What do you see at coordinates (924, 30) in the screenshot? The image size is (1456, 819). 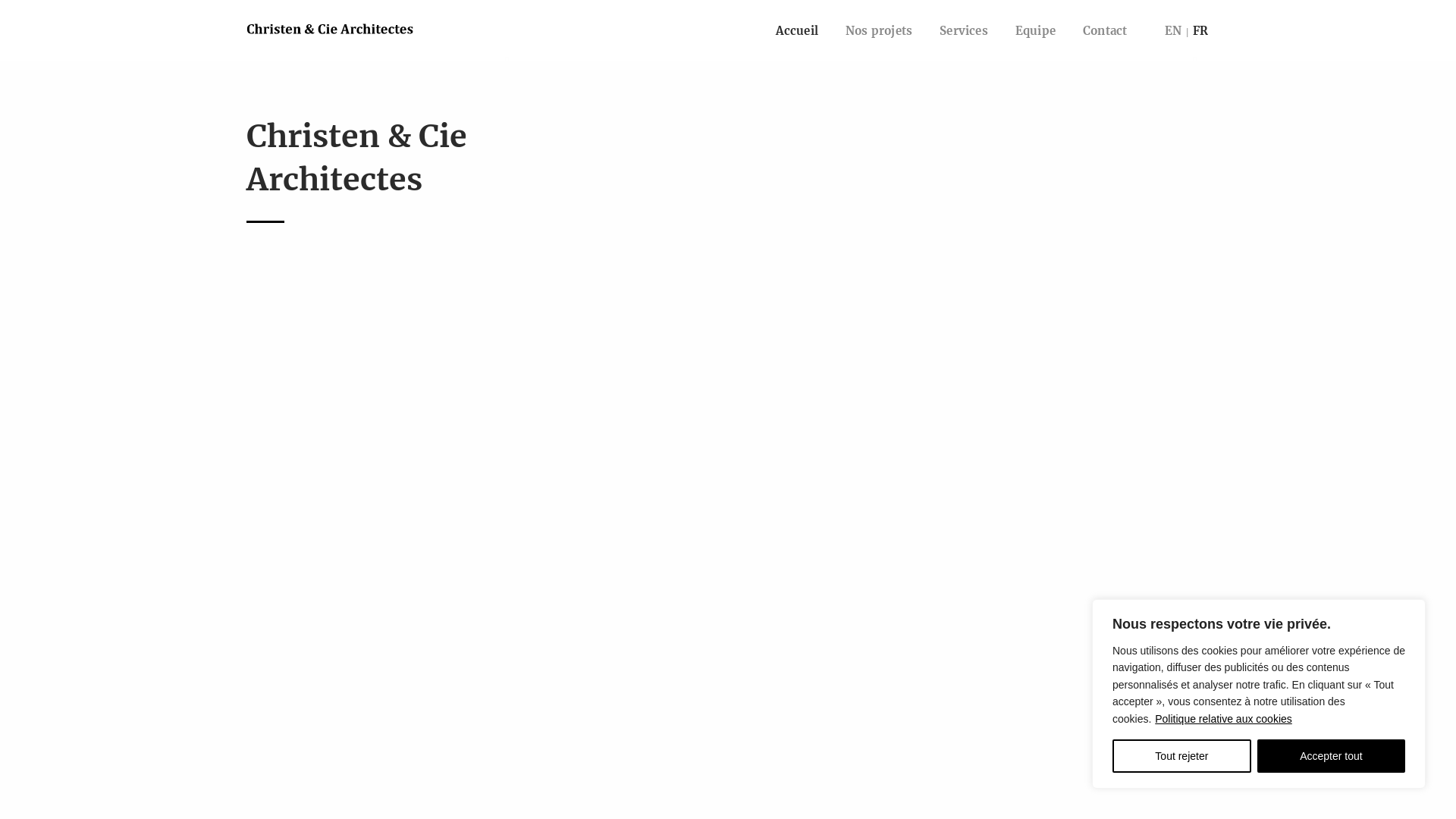 I see `'Services'` at bounding box center [924, 30].